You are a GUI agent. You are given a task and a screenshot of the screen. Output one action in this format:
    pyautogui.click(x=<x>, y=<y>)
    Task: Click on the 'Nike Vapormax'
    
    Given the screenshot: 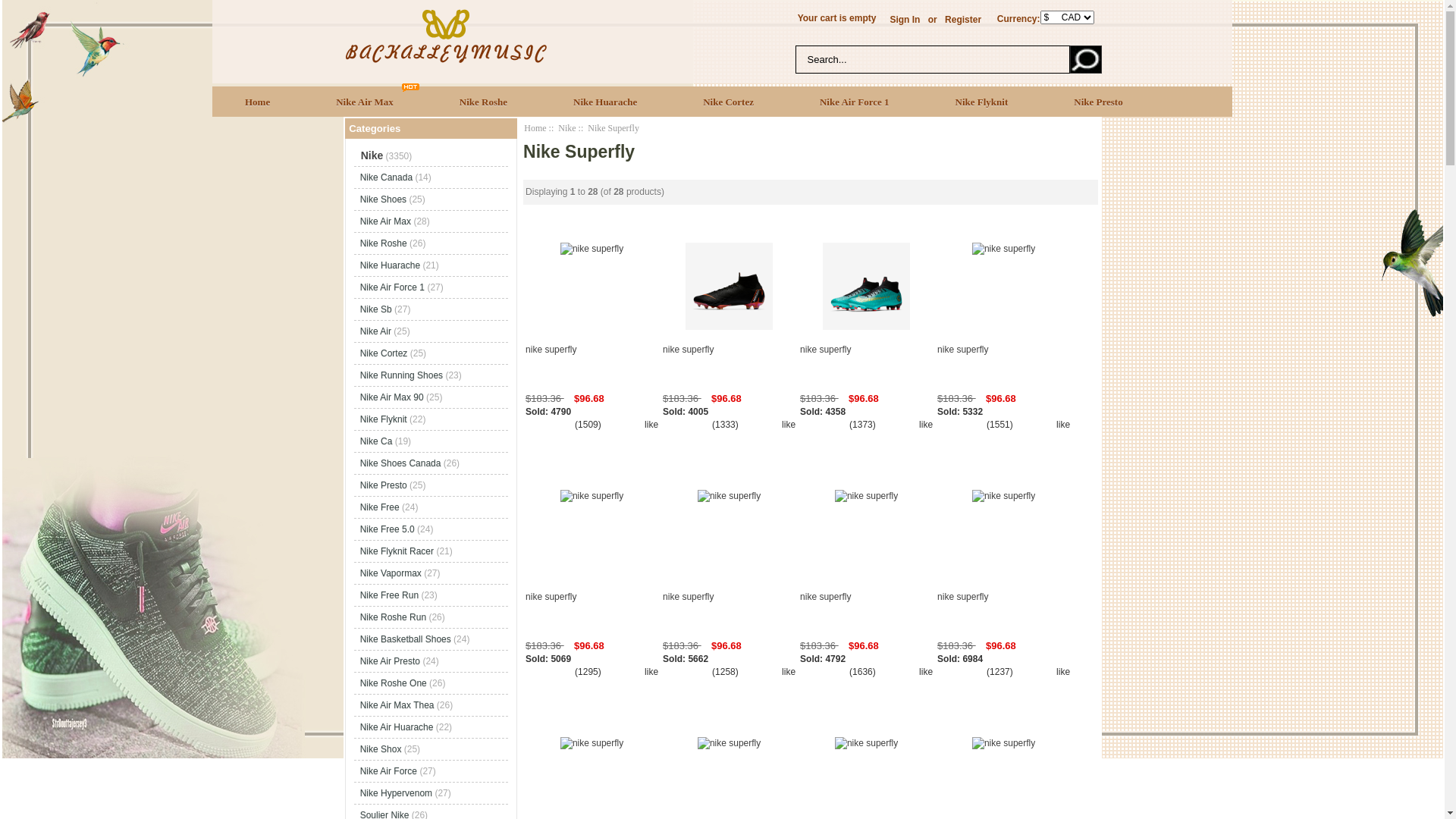 What is the action you would take?
    pyautogui.click(x=391, y=573)
    